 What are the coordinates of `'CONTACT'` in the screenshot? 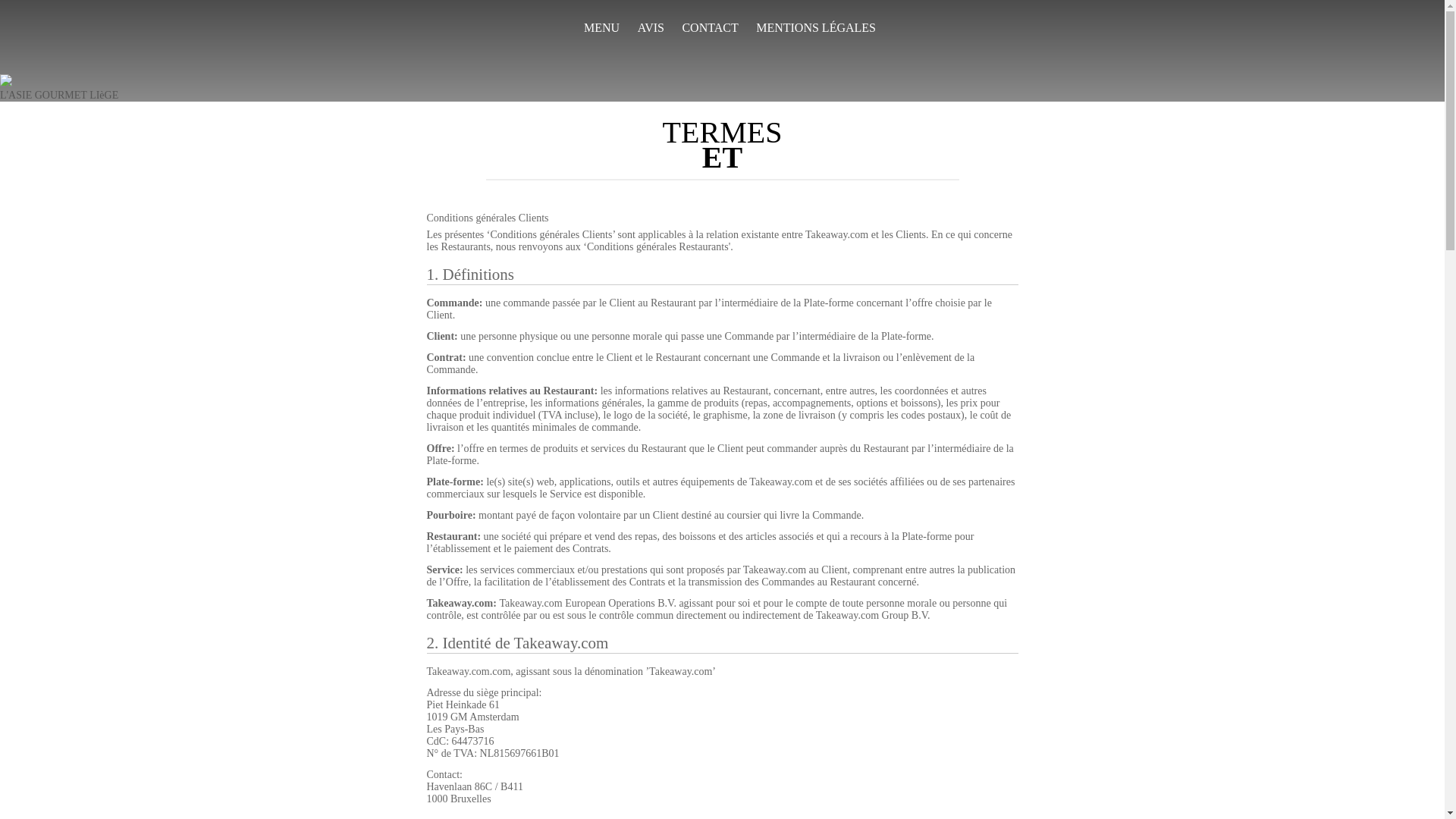 It's located at (709, 28).